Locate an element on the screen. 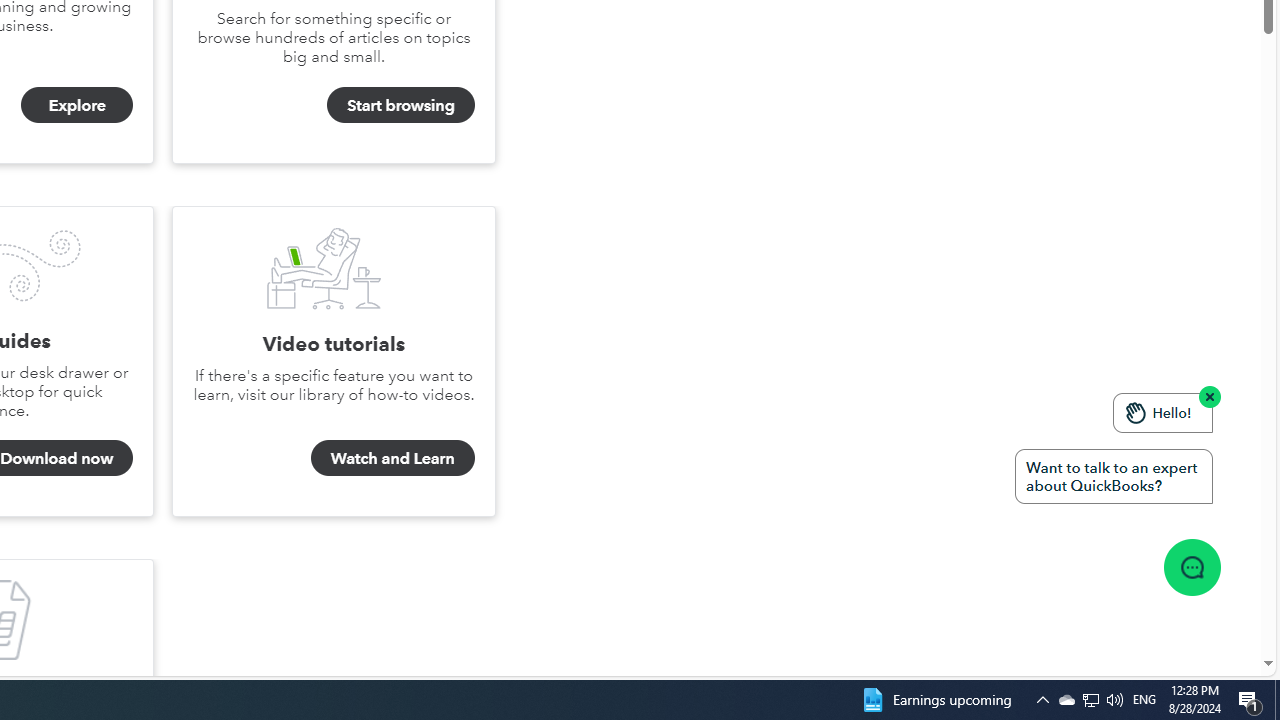  'Start browsing' is located at coordinates (400, 105).